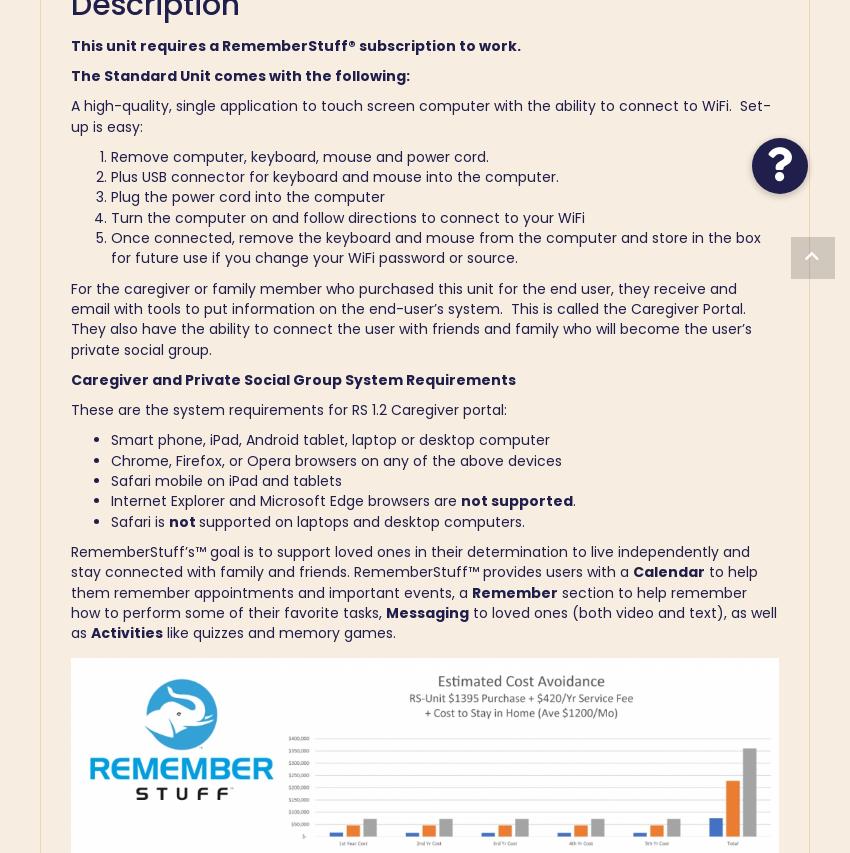  What do you see at coordinates (226, 480) in the screenshot?
I see `'Safari mobile on iPad and tablets'` at bounding box center [226, 480].